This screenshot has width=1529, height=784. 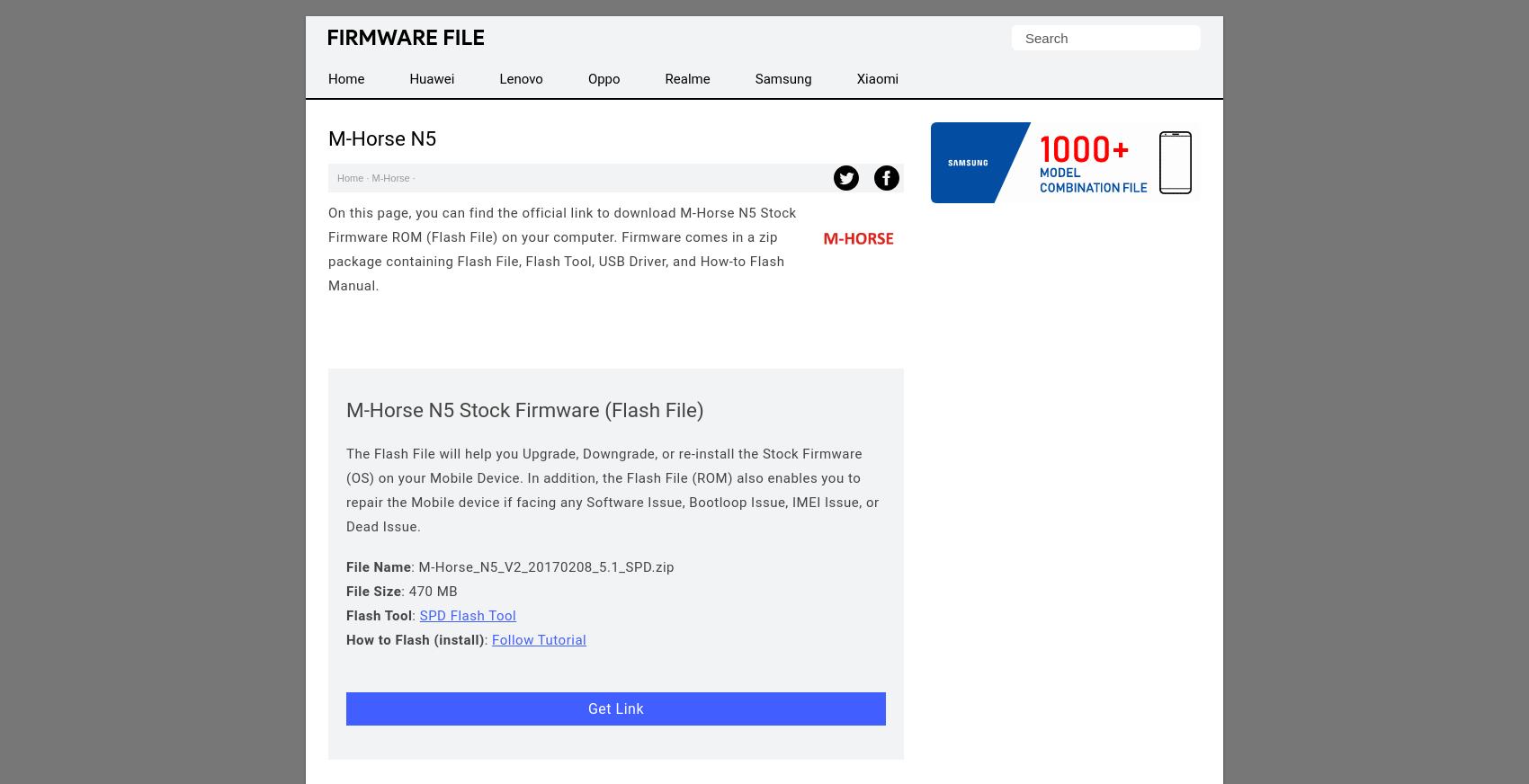 What do you see at coordinates (538, 638) in the screenshot?
I see `'Follow Tutorial'` at bounding box center [538, 638].